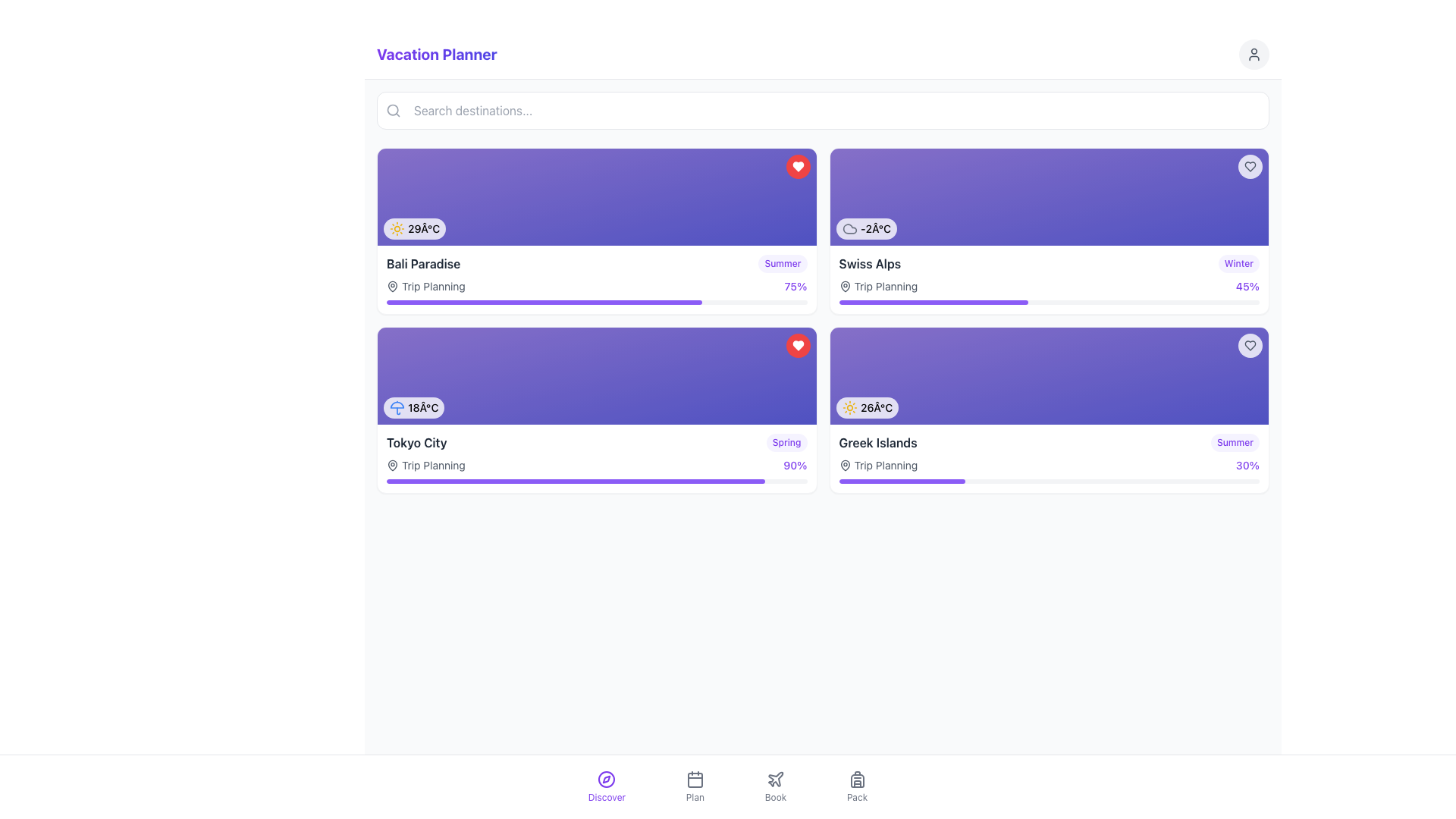 This screenshot has height=819, width=1456. Describe the element at coordinates (867, 406) in the screenshot. I see `the displayed temperature '26°C' and the sun icon in the bottom-left corner of the 'Greek Islands' card` at that location.